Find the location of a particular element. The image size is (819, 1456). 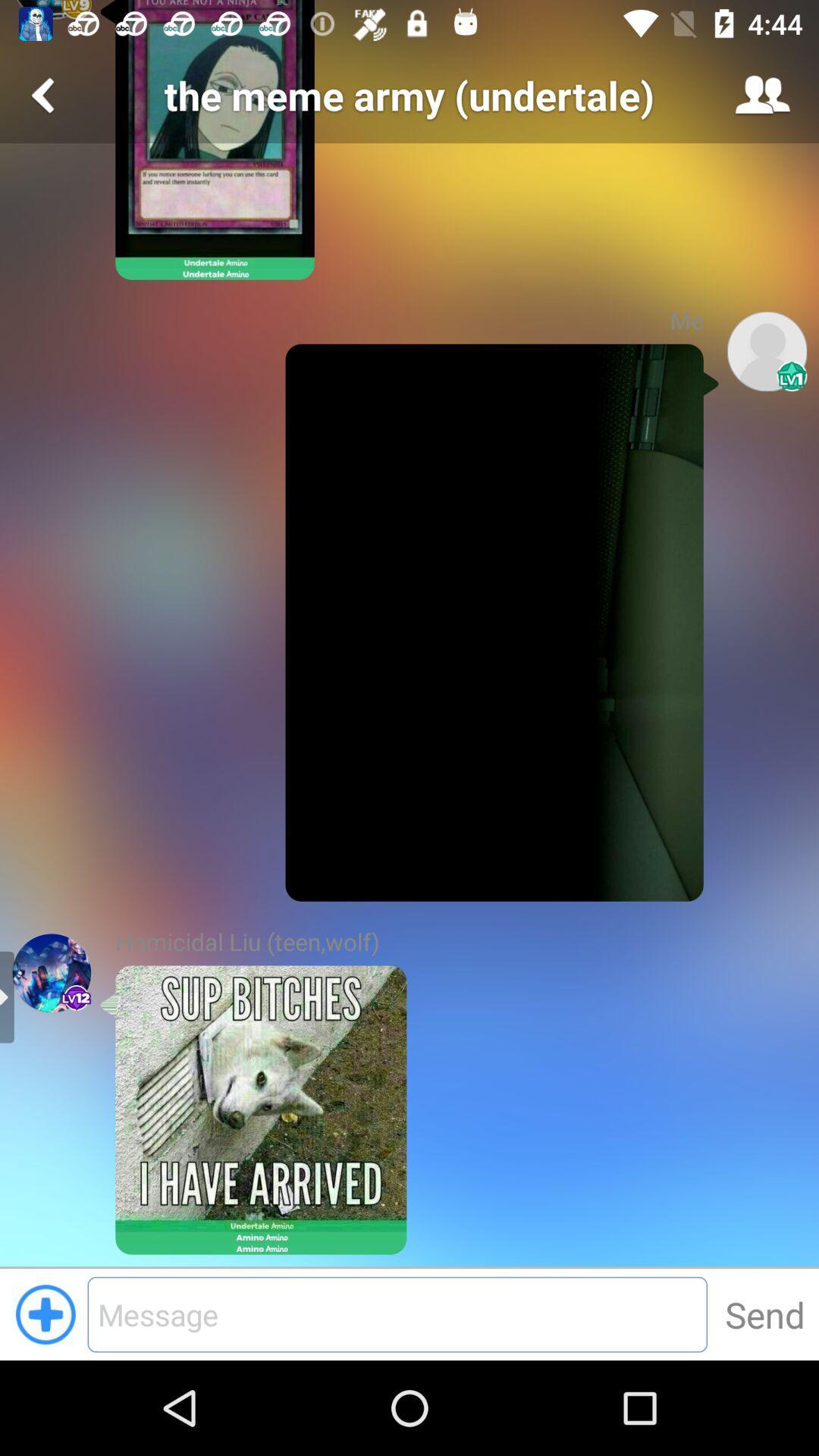

the profile icon at right side is located at coordinates (767, 350).